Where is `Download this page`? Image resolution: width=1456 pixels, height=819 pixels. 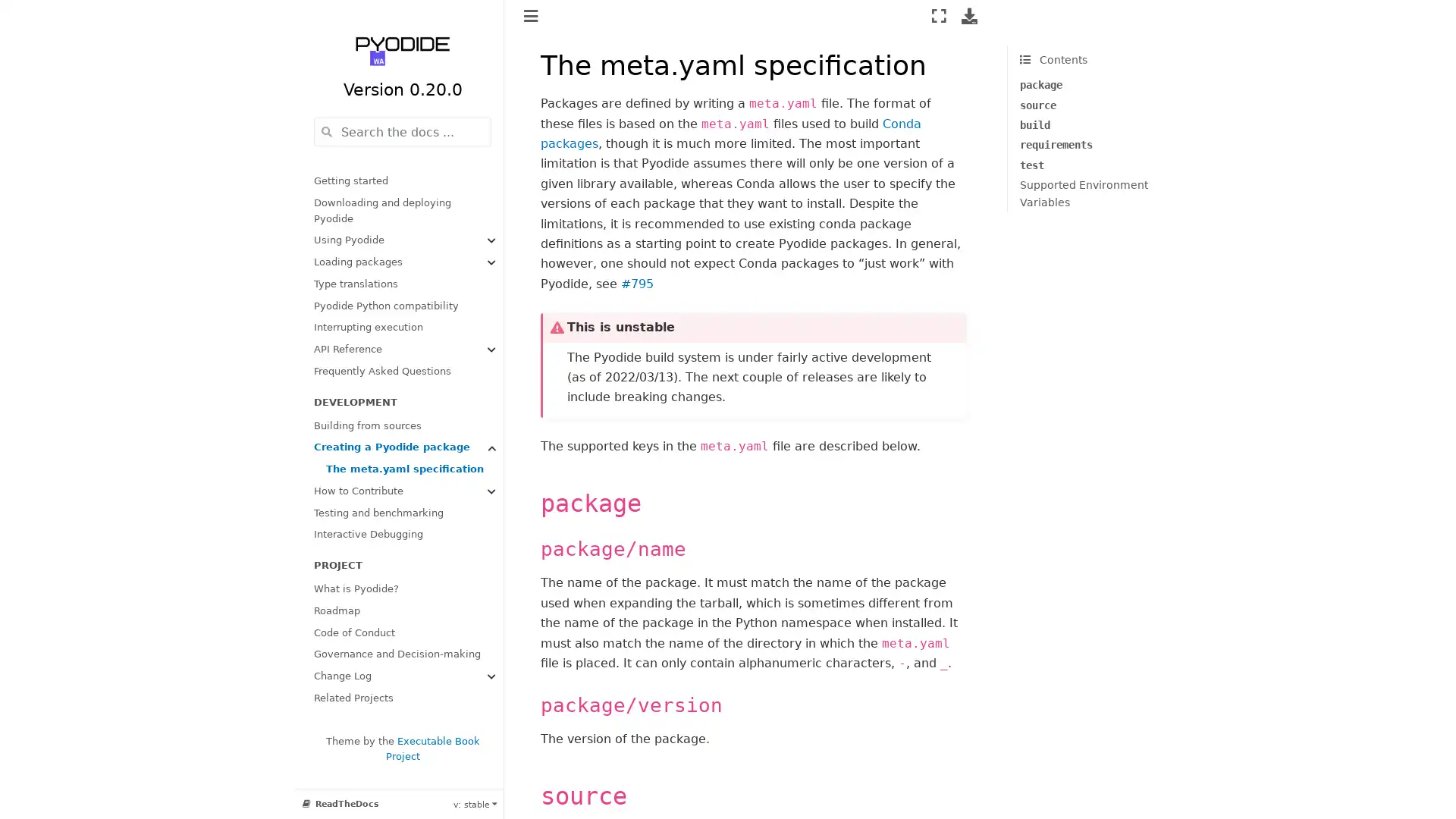 Download this page is located at coordinates (968, 15).